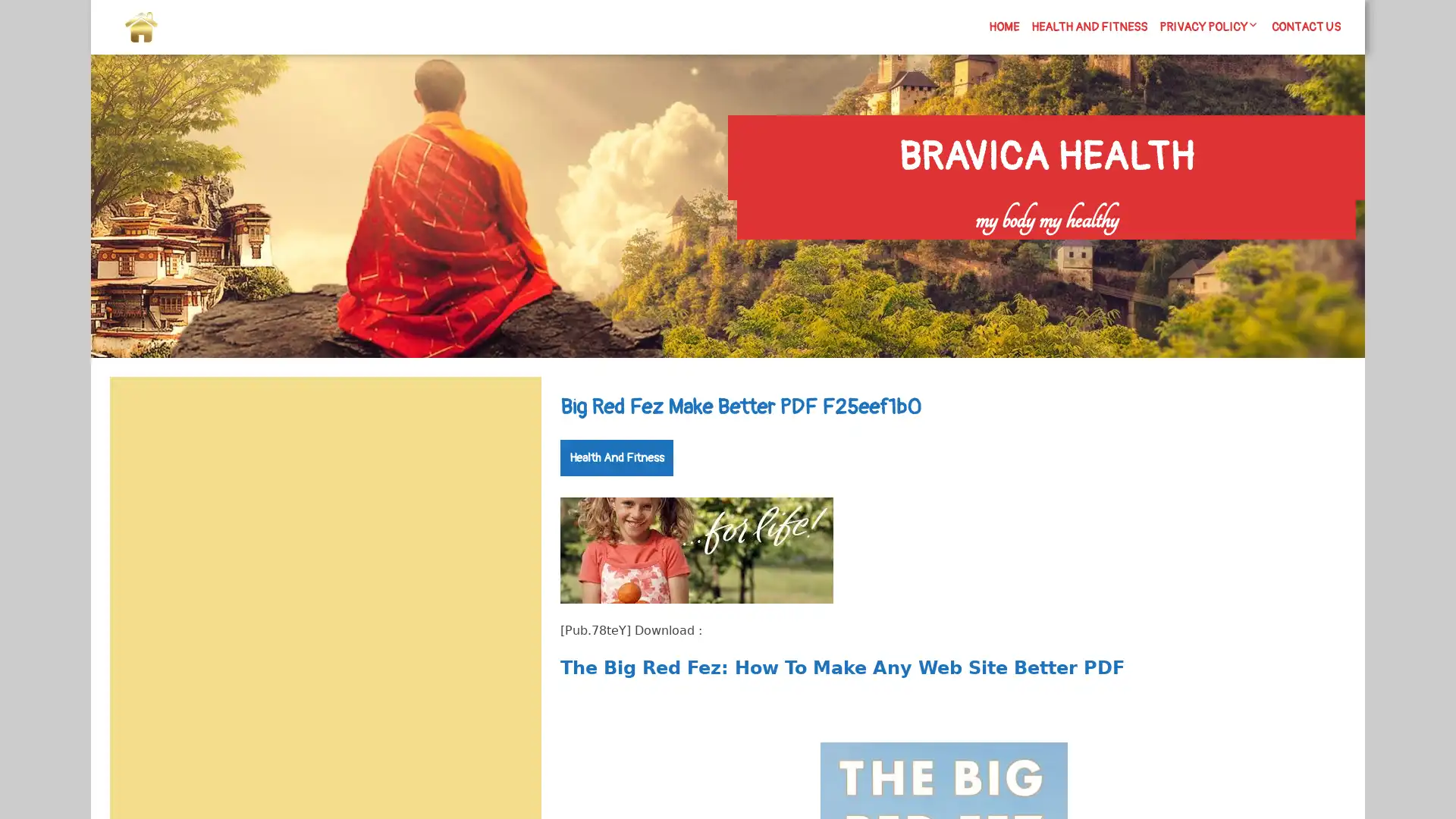 Image resolution: width=1456 pixels, height=819 pixels. Describe the element at coordinates (1181, 248) in the screenshot. I see `Search` at that location.